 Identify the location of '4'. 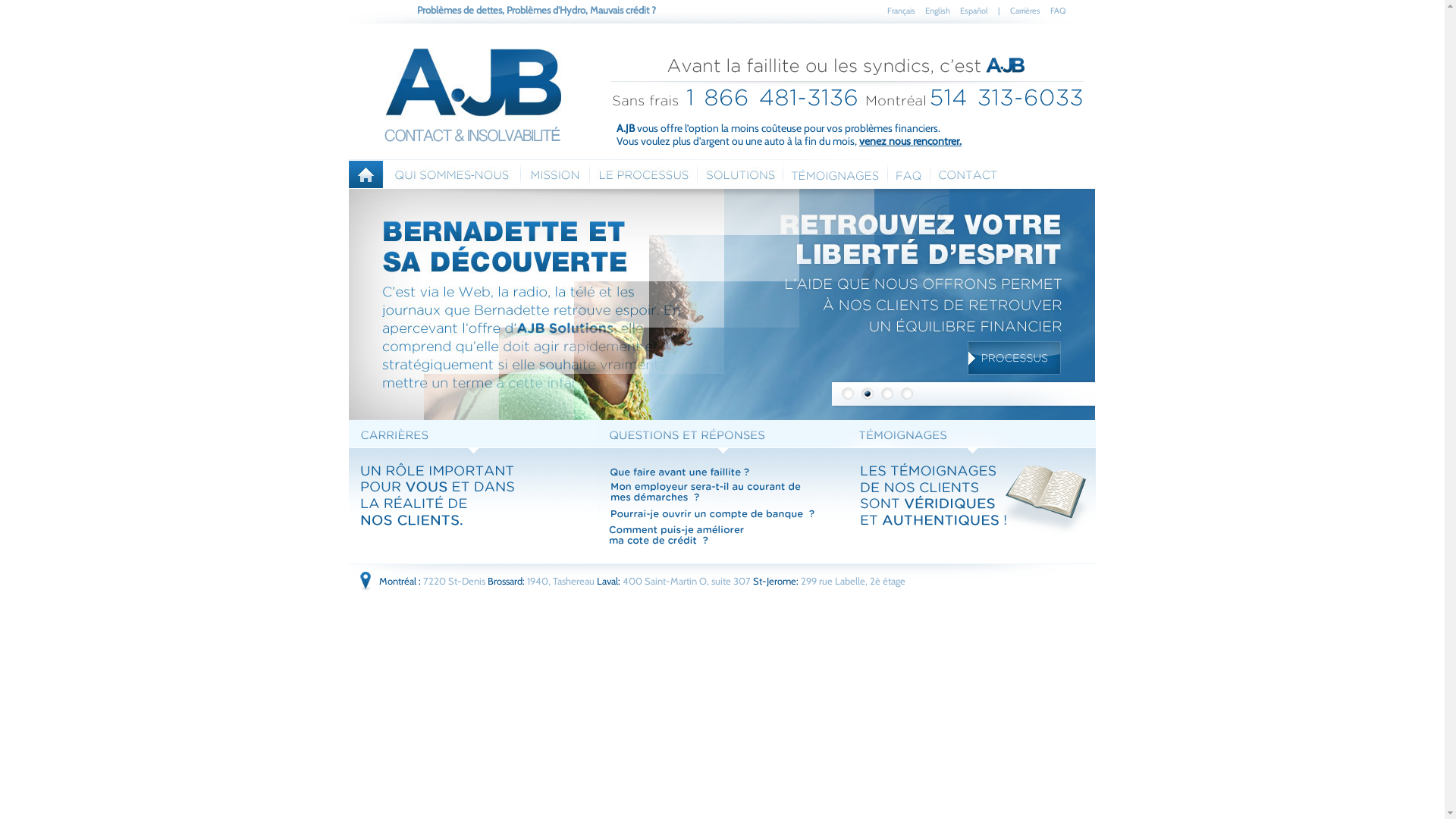
(906, 393).